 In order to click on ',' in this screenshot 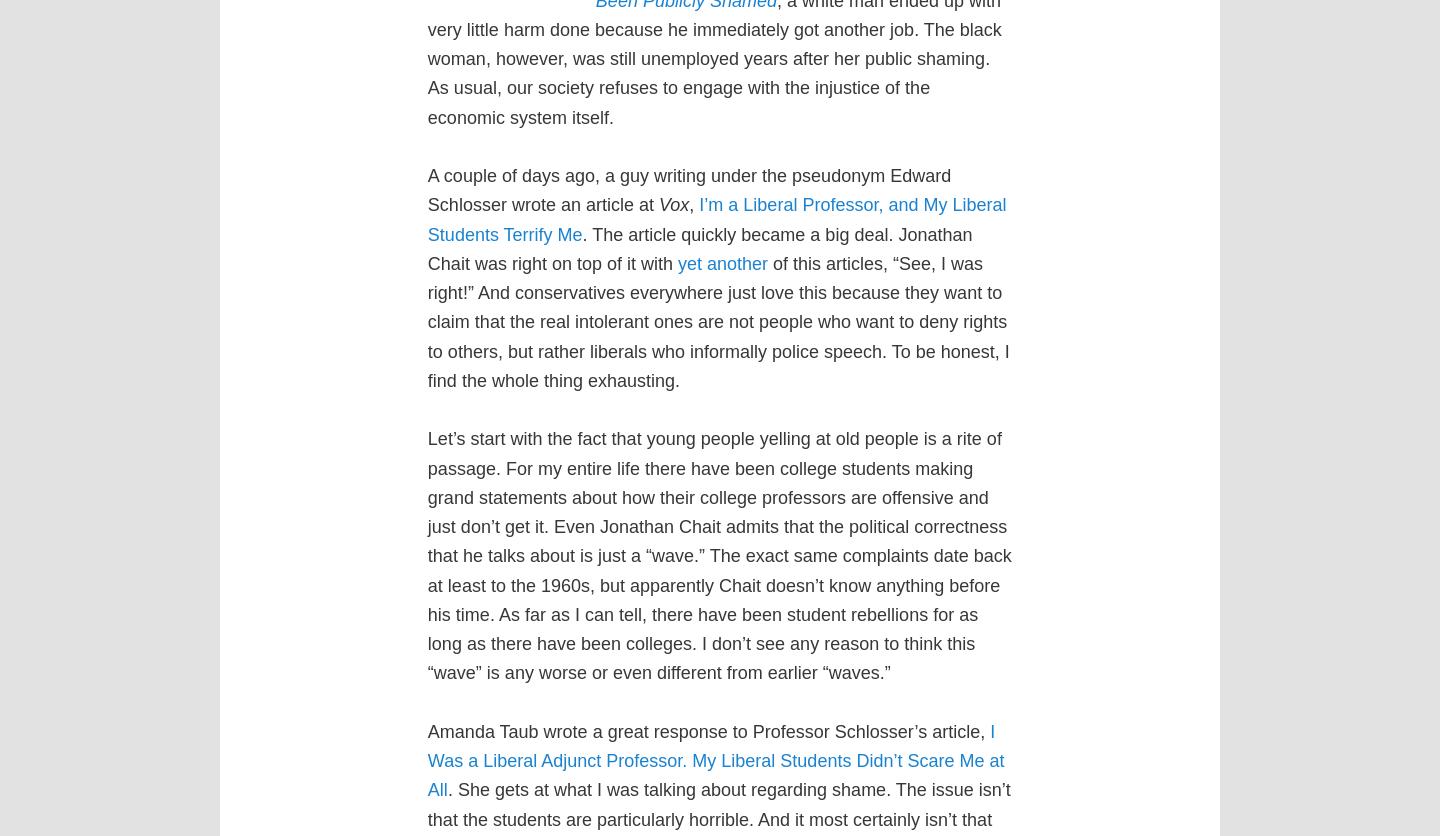, I will do `click(693, 203)`.